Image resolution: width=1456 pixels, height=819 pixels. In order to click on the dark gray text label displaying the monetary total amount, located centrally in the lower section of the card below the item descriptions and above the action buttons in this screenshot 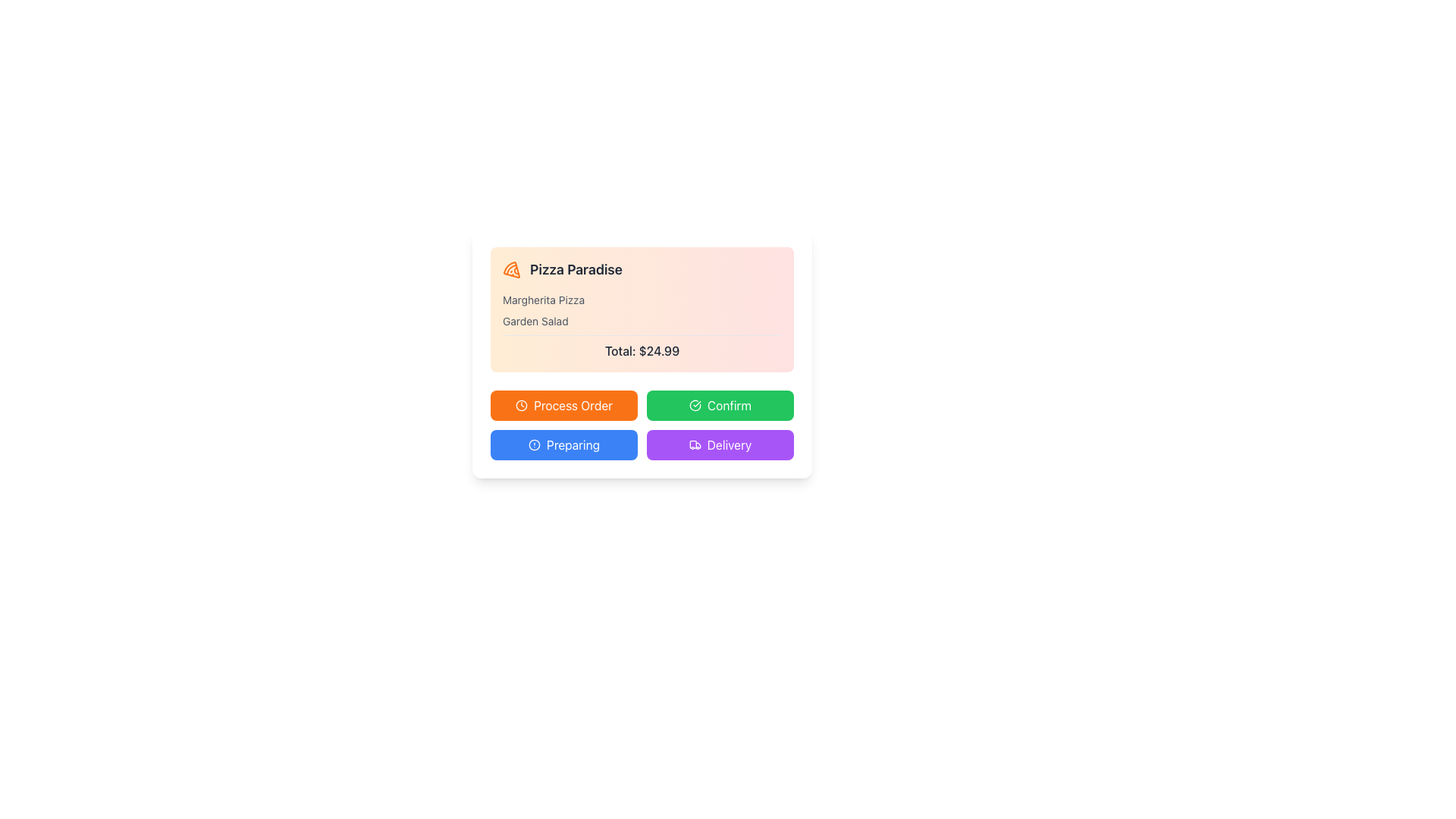, I will do `click(642, 350)`.